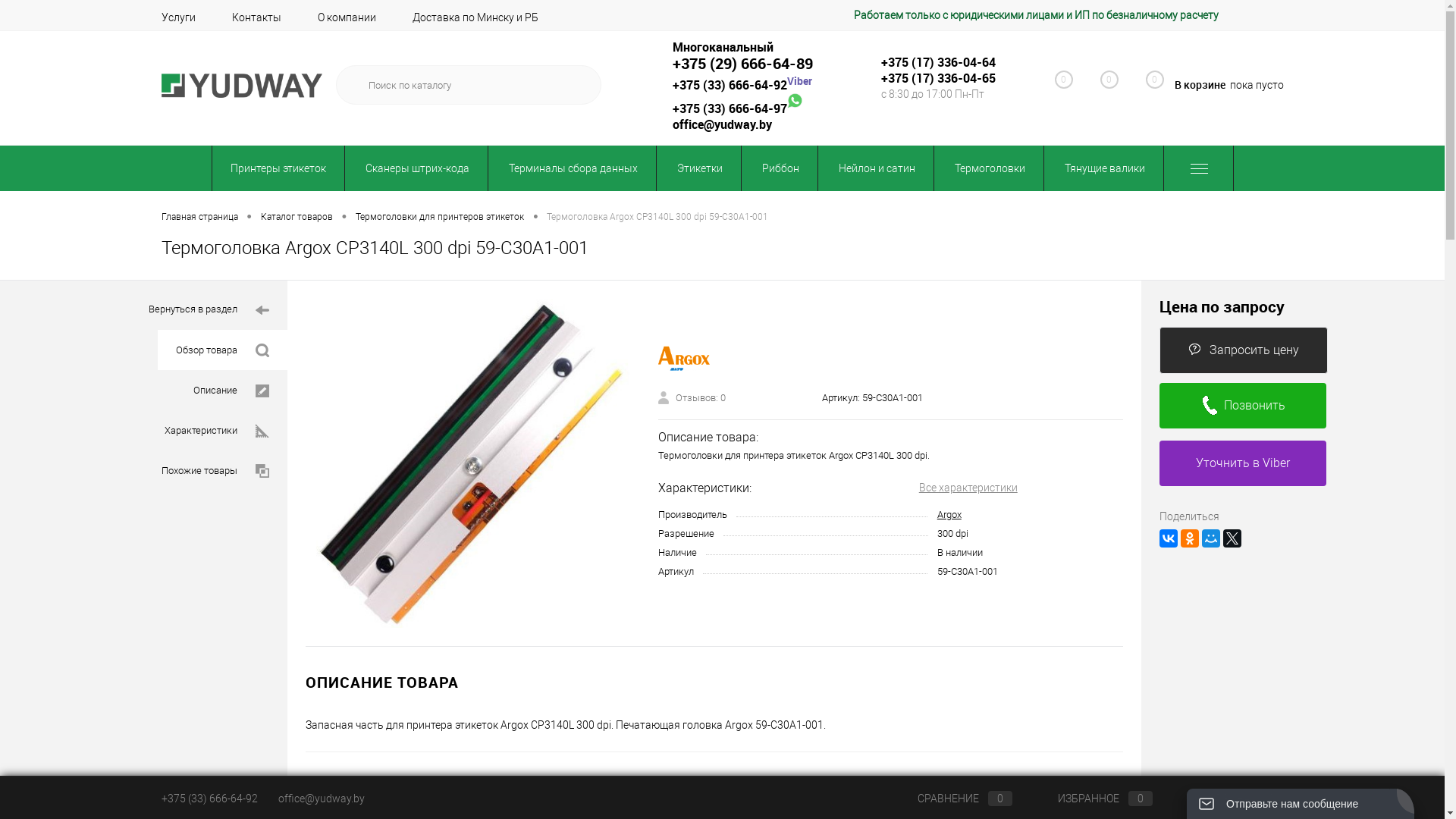  What do you see at coordinates (1147, 85) in the screenshot?
I see `'0'` at bounding box center [1147, 85].